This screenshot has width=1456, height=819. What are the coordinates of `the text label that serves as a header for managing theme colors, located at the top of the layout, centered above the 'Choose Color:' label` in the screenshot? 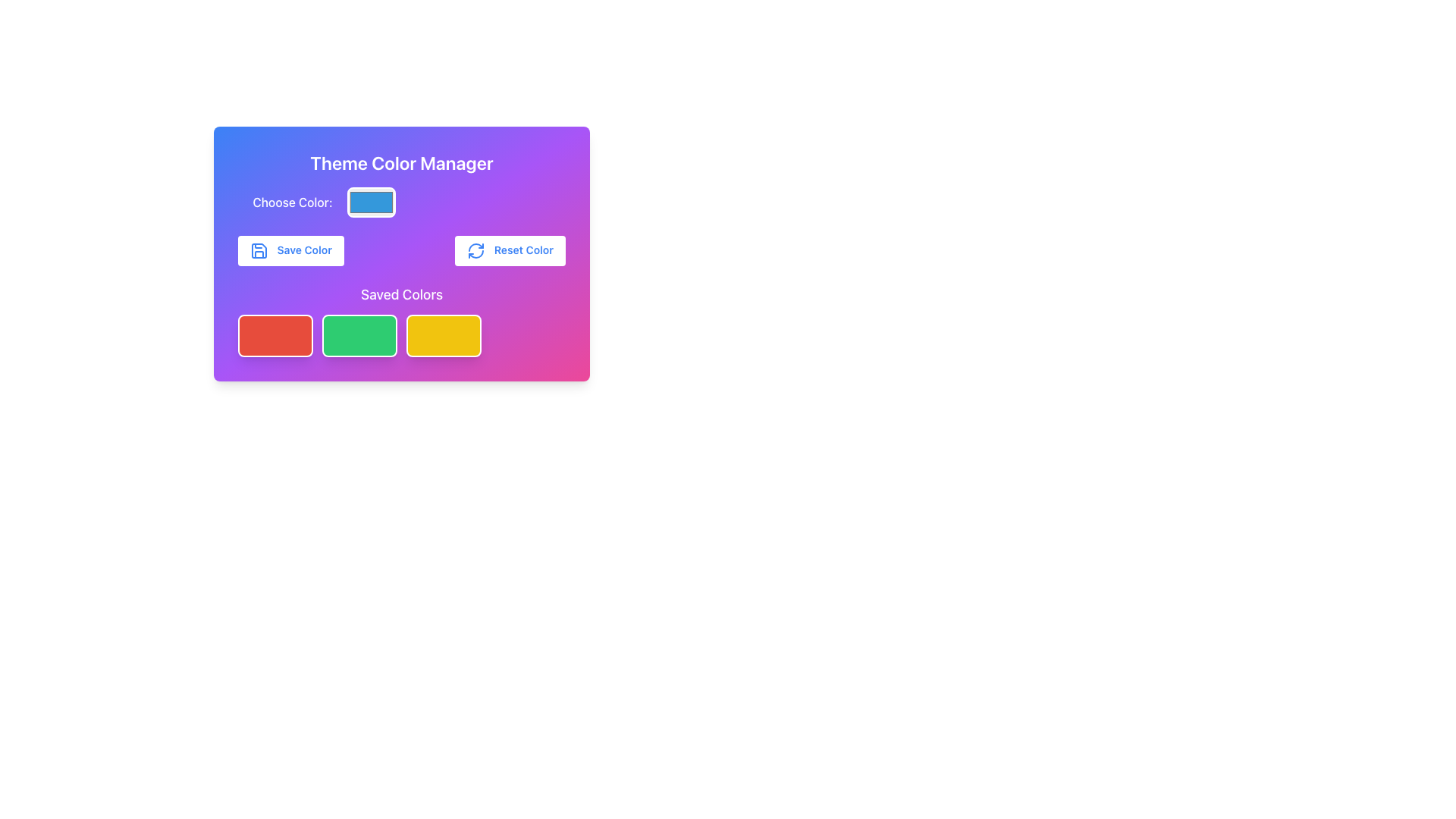 It's located at (401, 163).